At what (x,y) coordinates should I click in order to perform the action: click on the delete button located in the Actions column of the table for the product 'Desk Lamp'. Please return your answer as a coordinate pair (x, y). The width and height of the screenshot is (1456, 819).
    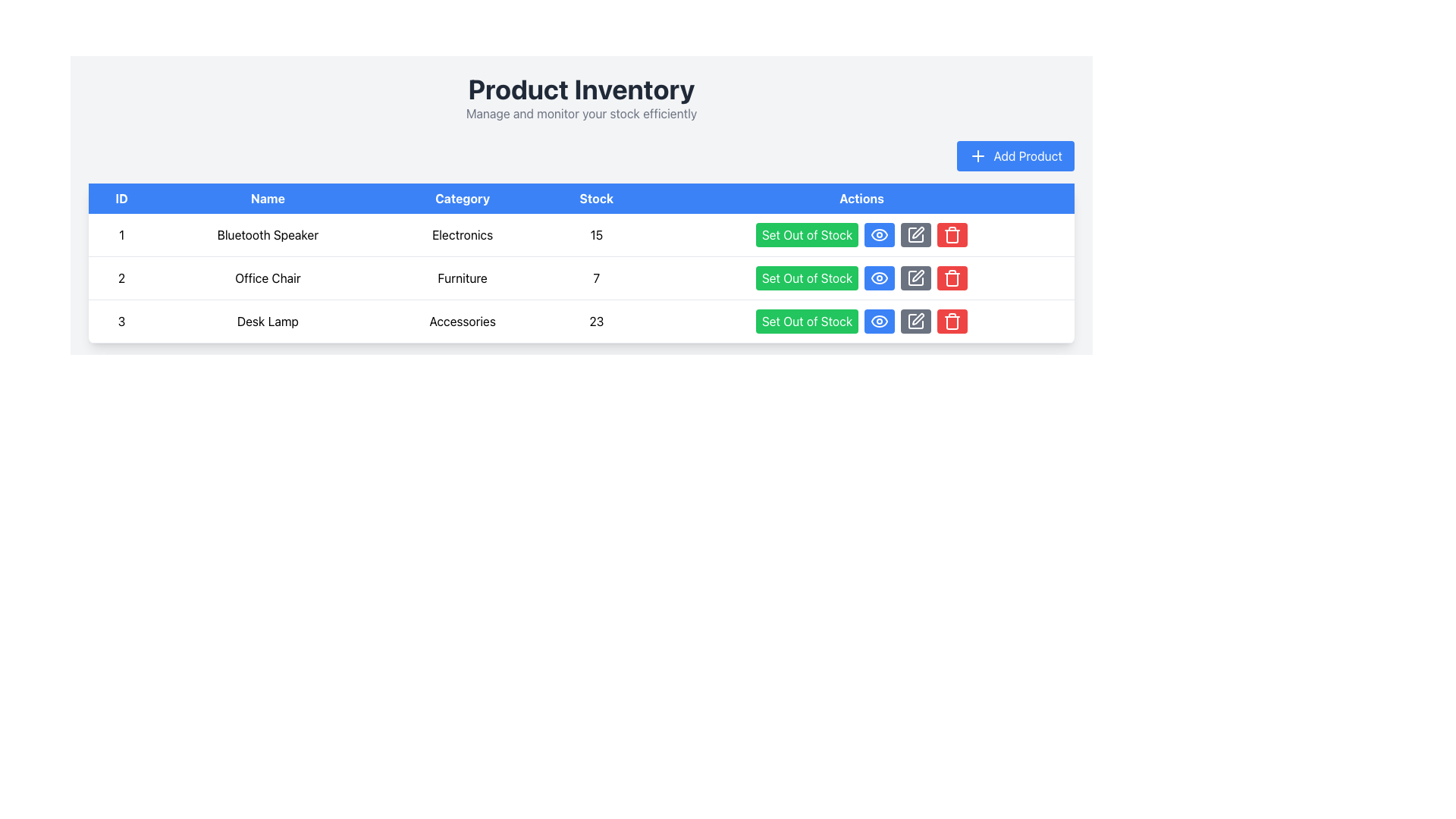
    Looking at the image, I should click on (952, 278).